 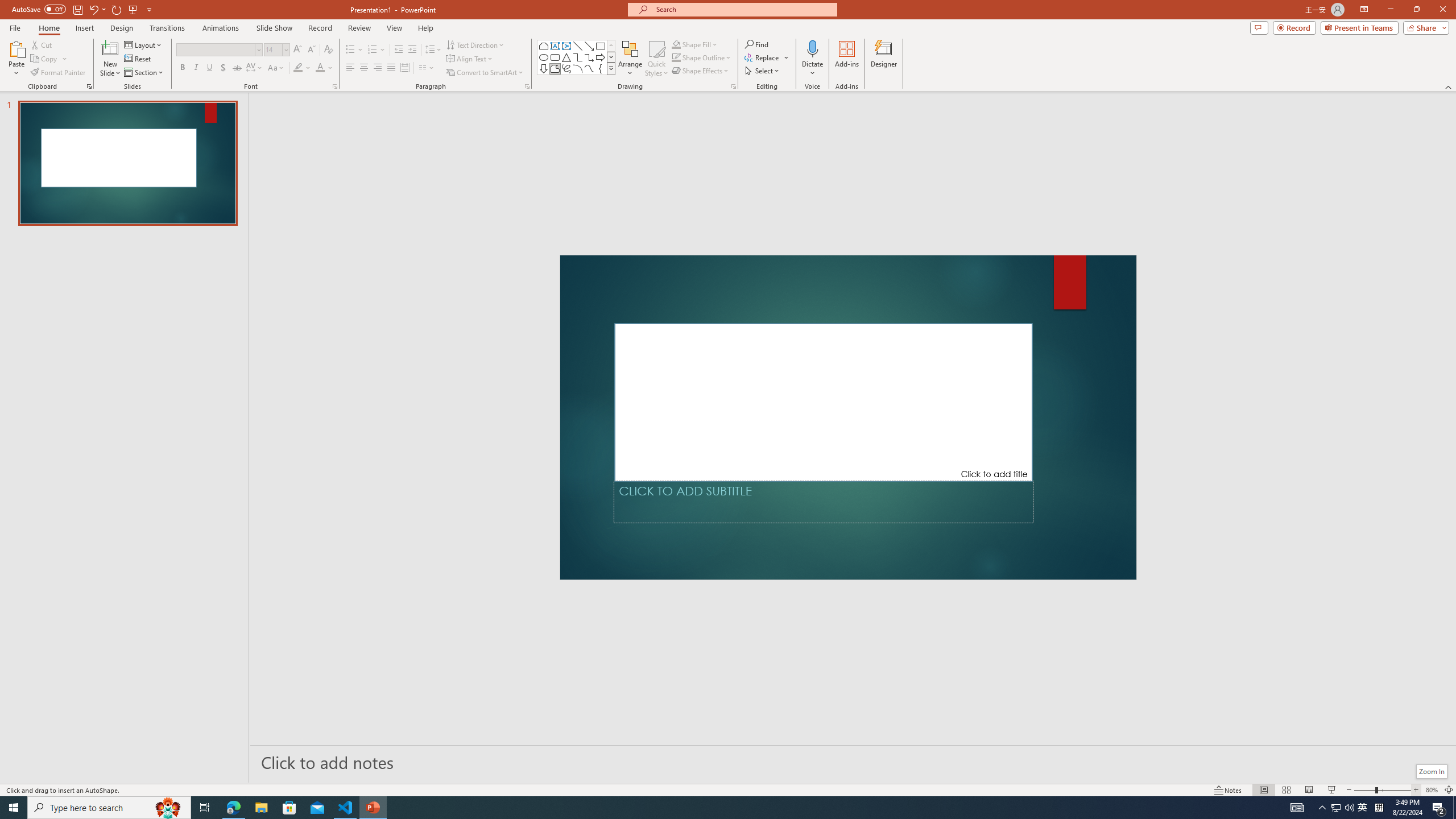 What do you see at coordinates (1431, 790) in the screenshot?
I see `'Zoom 80%'` at bounding box center [1431, 790].